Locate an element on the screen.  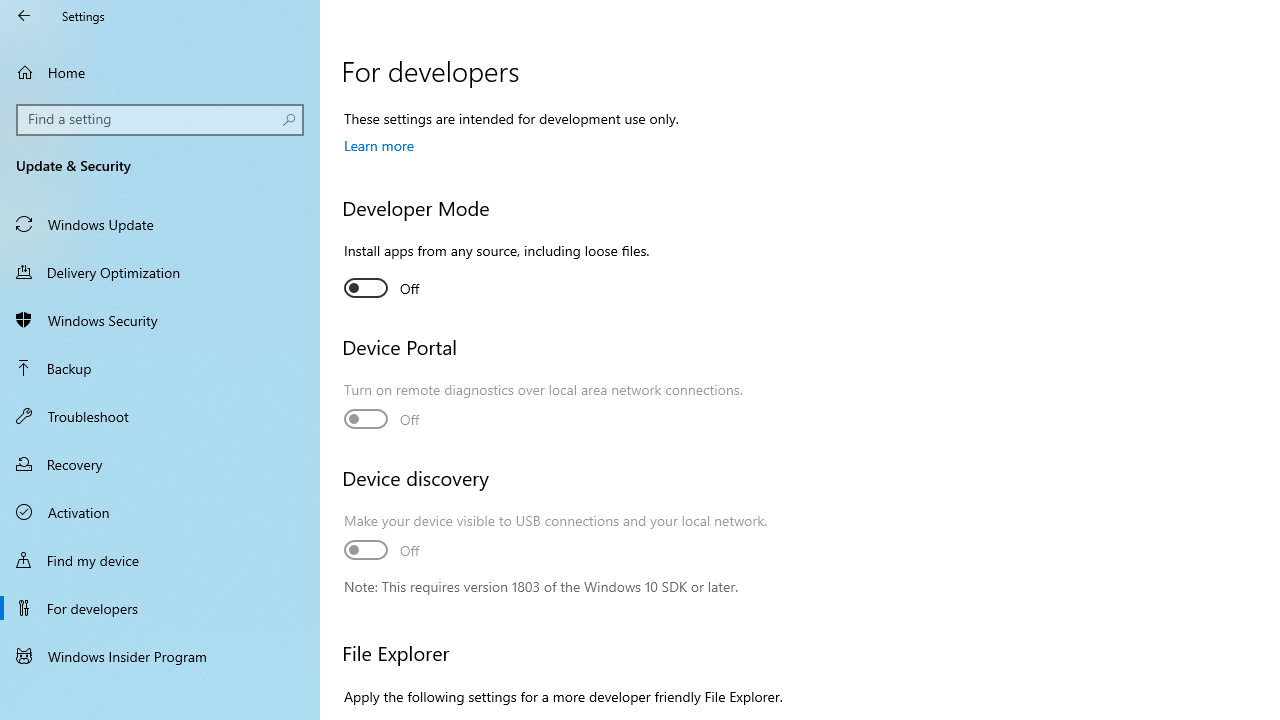
'Recovery' is located at coordinates (160, 464).